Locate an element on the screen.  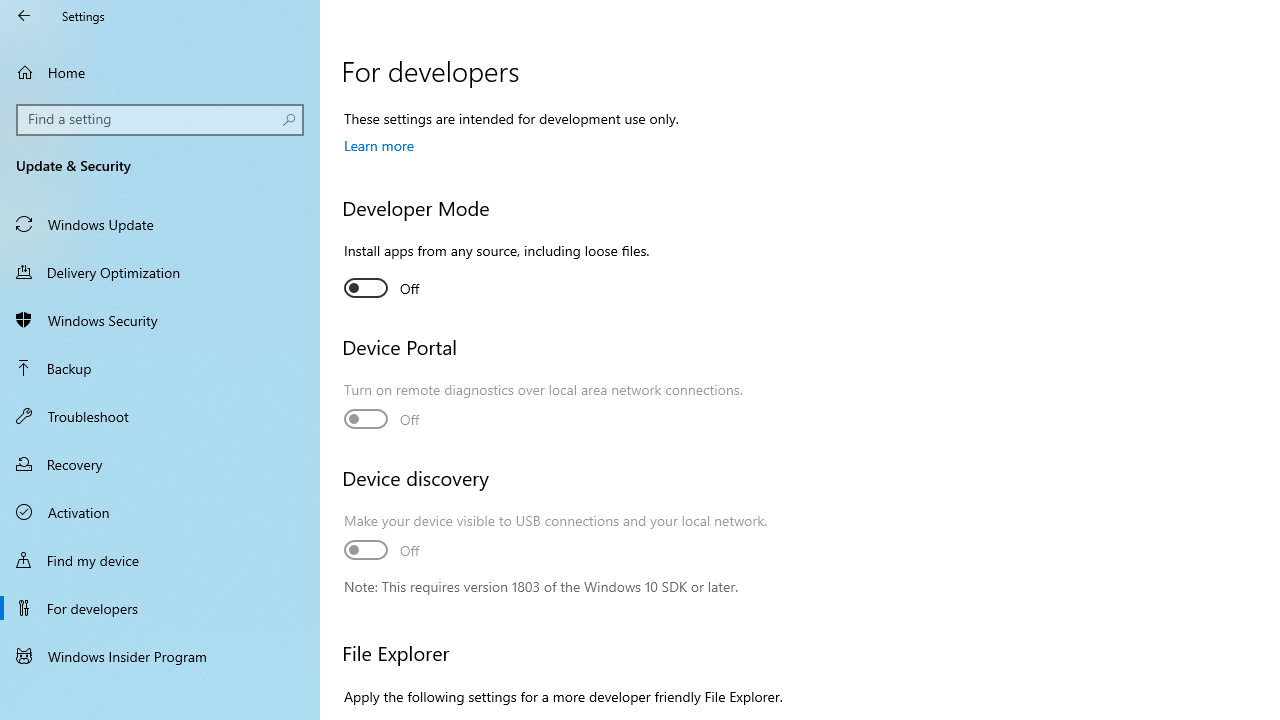
'Recovery' is located at coordinates (160, 464).